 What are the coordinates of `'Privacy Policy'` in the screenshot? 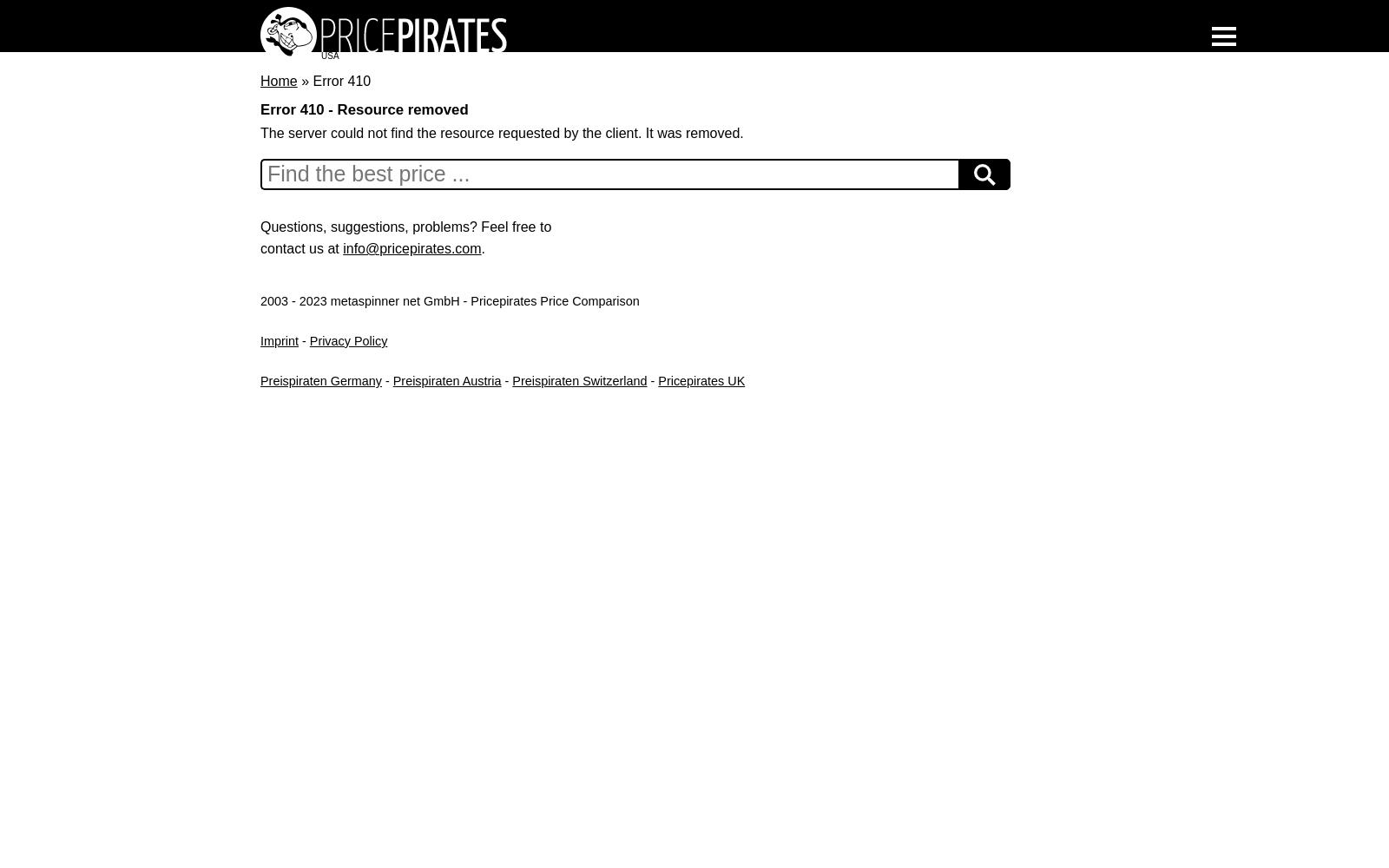 It's located at (347, 340).